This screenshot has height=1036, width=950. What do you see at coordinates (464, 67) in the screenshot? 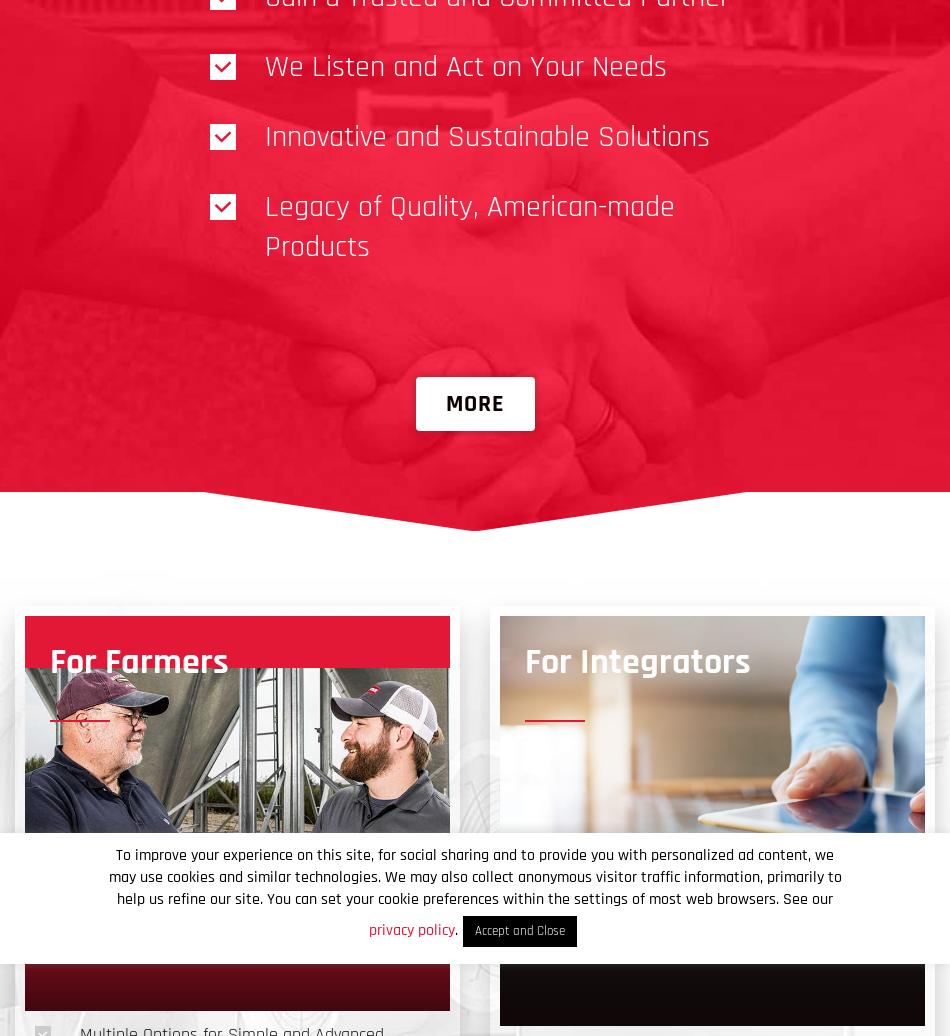
I see `'We Listen and Act on Your Needs'` at bounding box center [464, 67].